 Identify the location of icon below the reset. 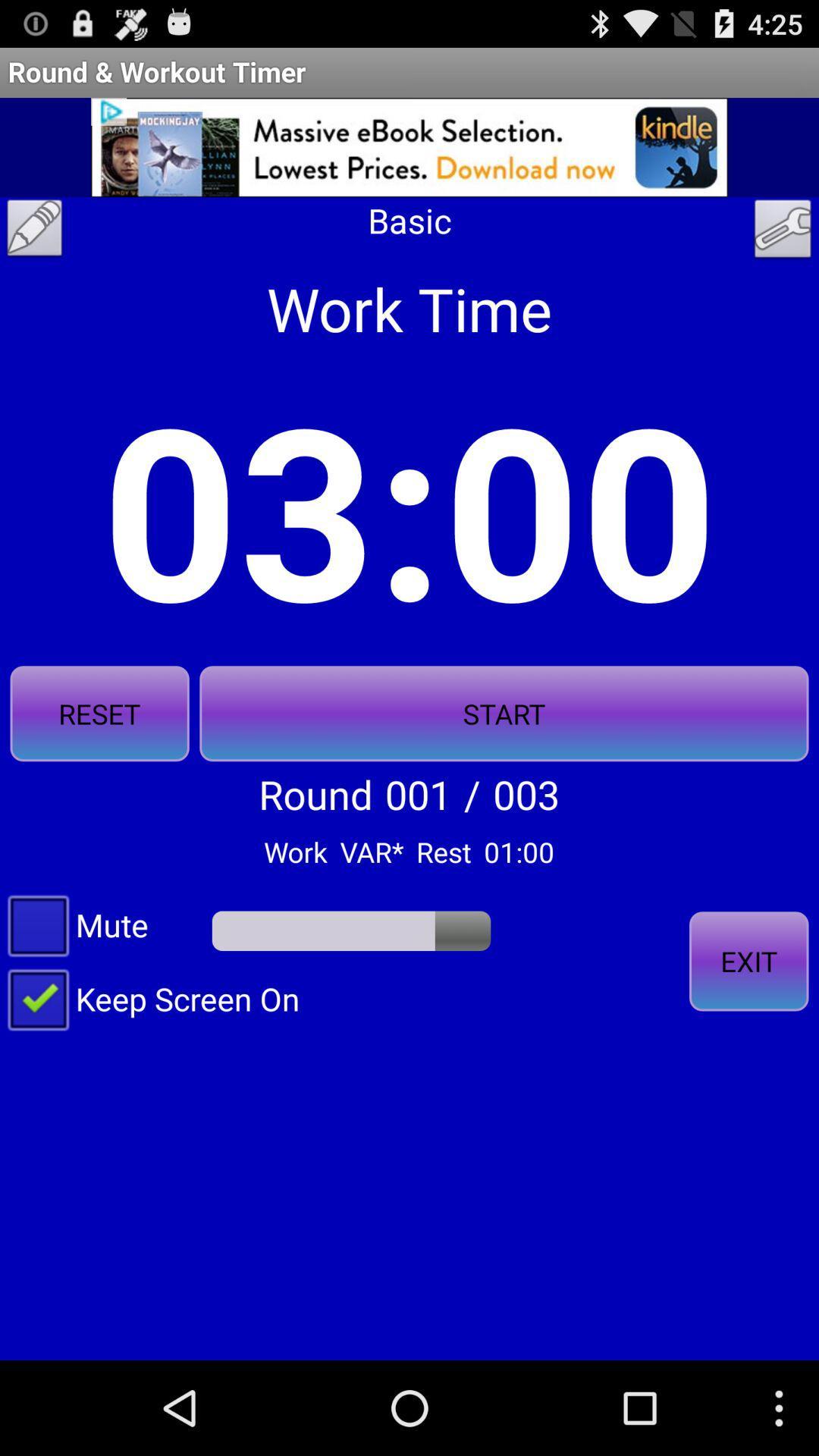
(78, 924).